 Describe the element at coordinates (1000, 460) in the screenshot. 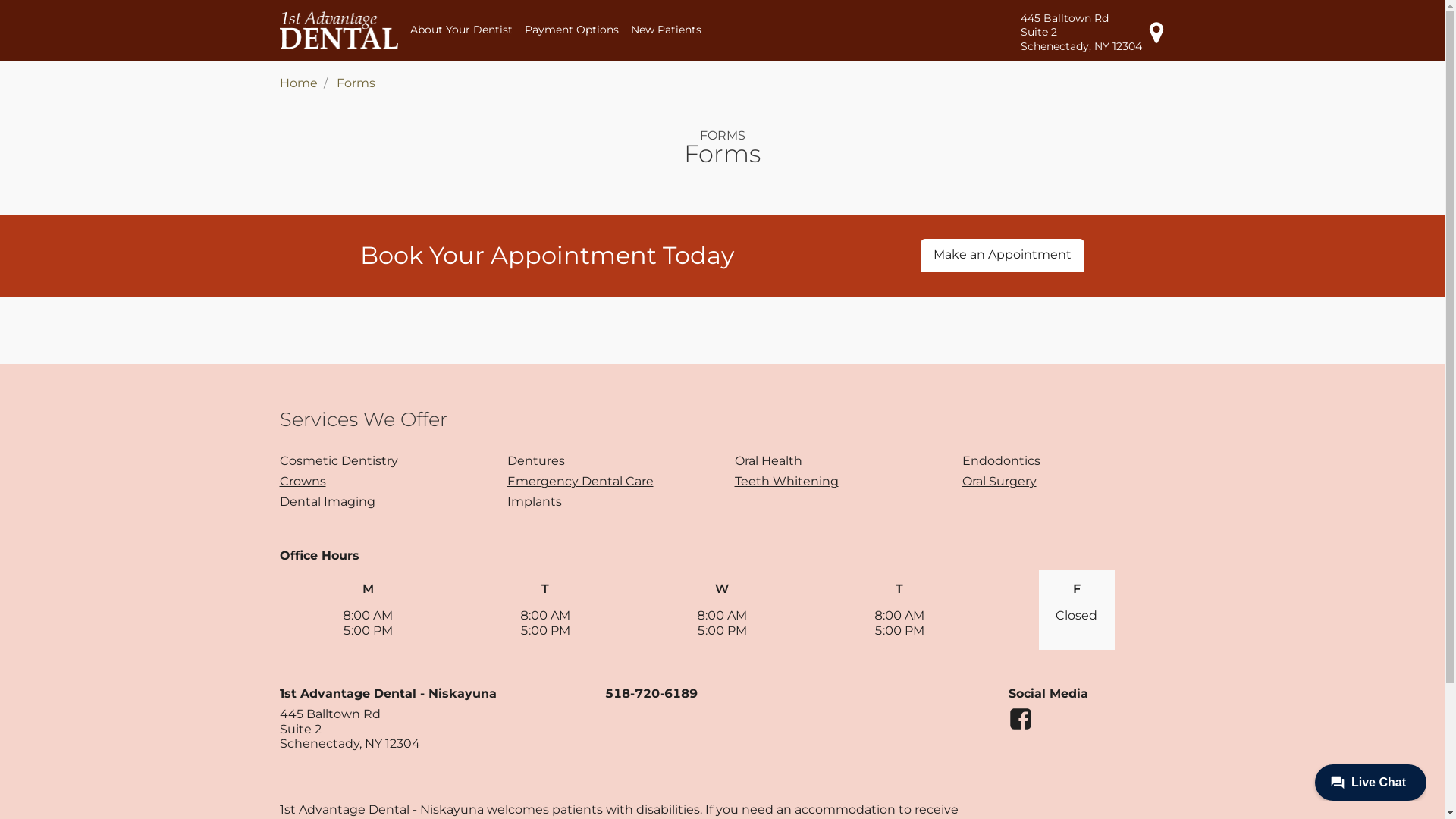

I see `'Endodontics'` at that location.